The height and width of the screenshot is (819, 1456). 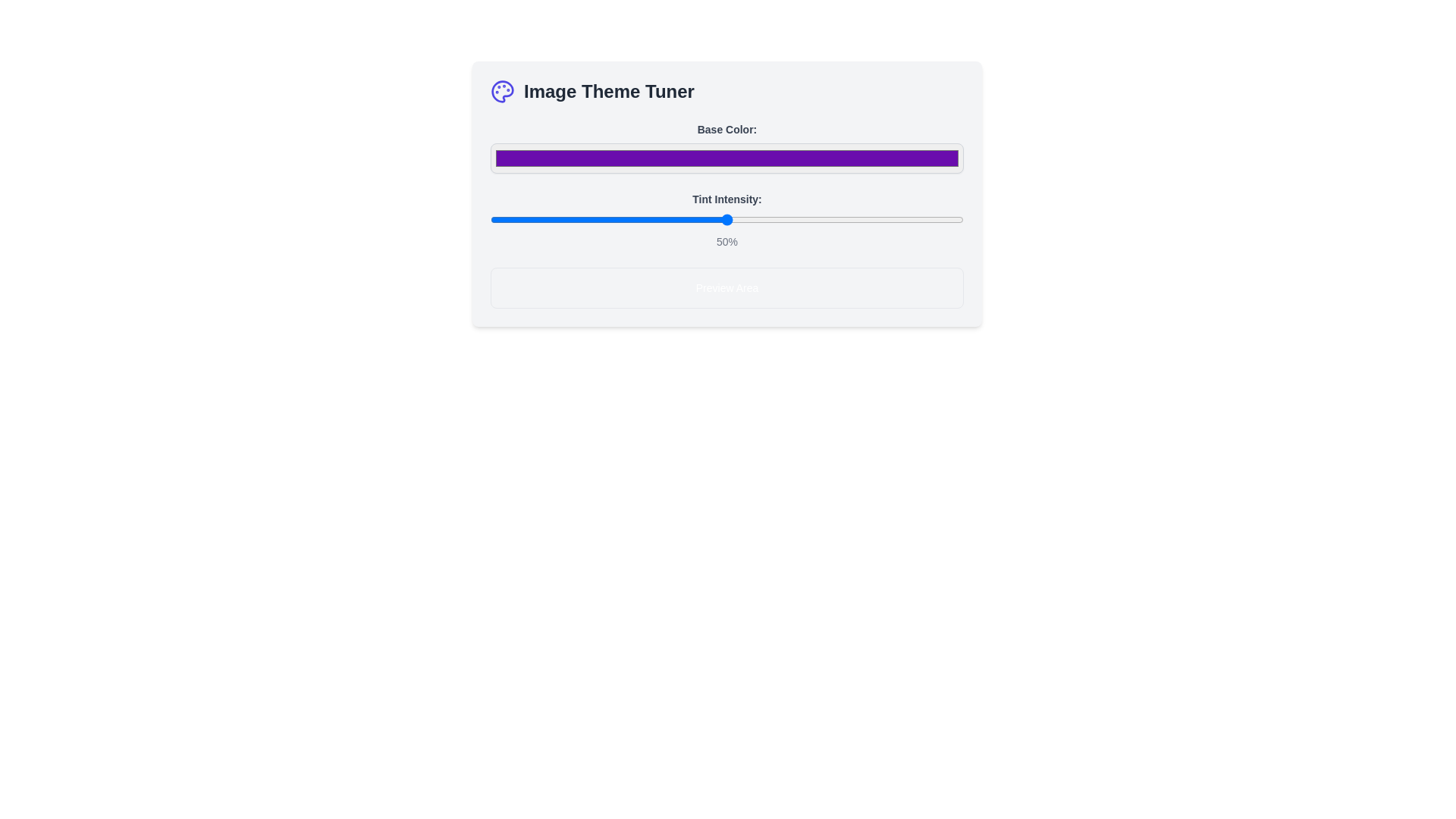 What do you see at coordinates (609, 91) in the screenshot?
I see `the prominently styled text label that reads 'Image Theme Tuner', which is positioned to the right of a palette icon and serves as the title for the section` at bounding box center [609, 91].